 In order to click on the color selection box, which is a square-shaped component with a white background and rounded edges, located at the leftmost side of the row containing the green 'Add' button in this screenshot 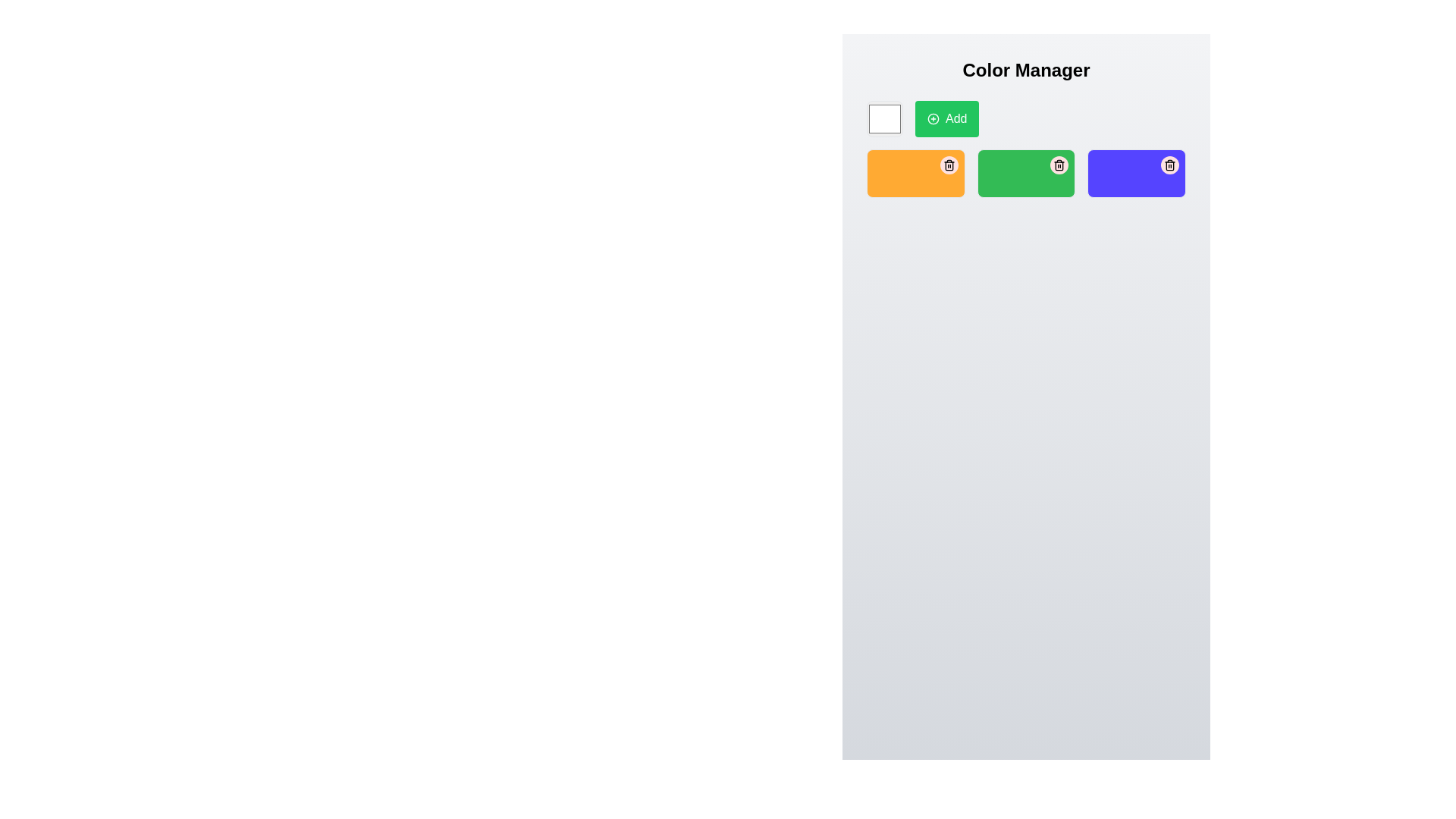, I will do `click(884, 118)`.